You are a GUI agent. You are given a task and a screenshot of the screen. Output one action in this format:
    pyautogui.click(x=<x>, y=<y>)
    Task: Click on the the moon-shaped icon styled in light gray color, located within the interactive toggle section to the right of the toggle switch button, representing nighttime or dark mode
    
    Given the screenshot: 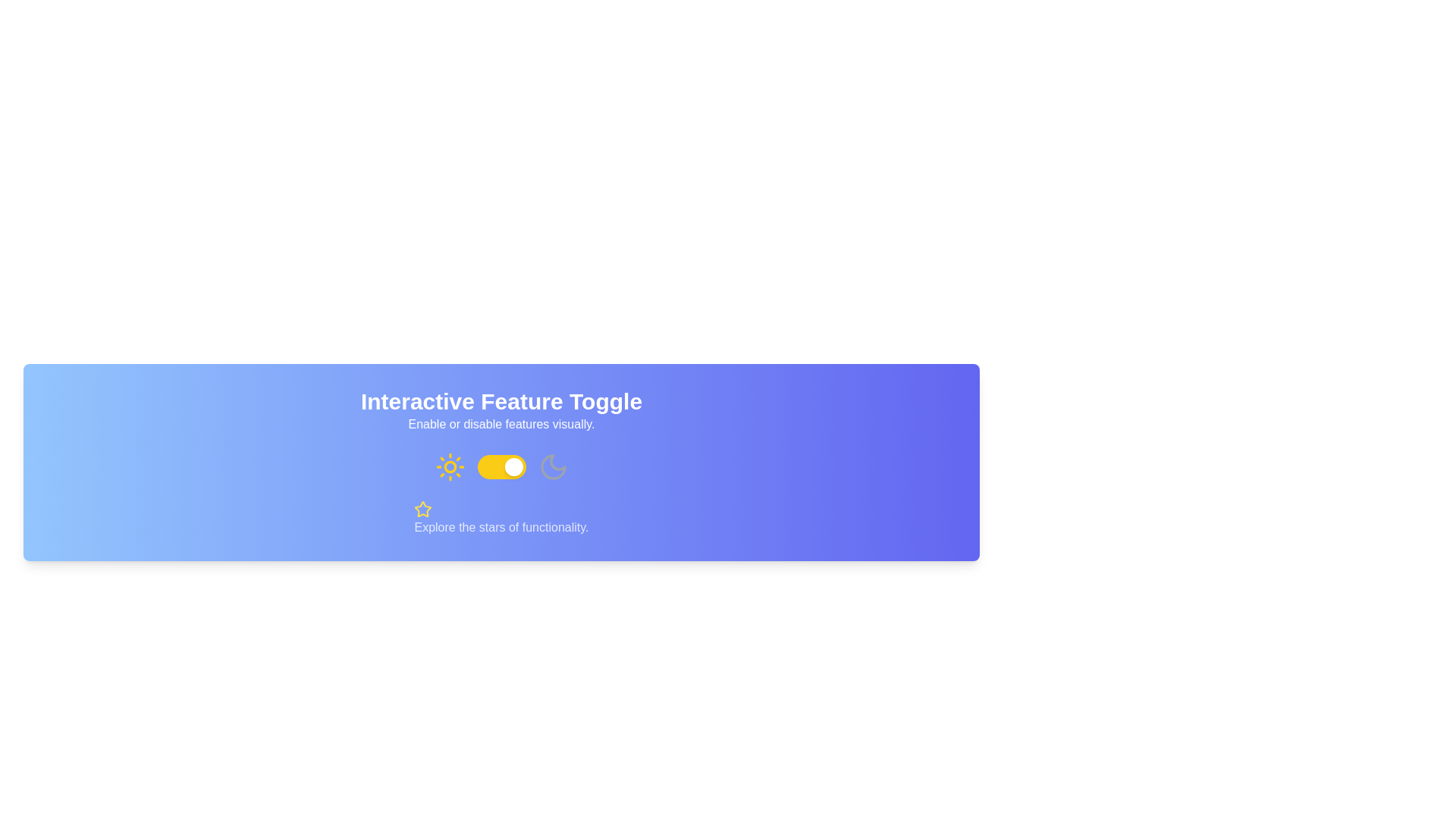 What is the action you would take?
    pyautogui.click(x=552, y=466)
    